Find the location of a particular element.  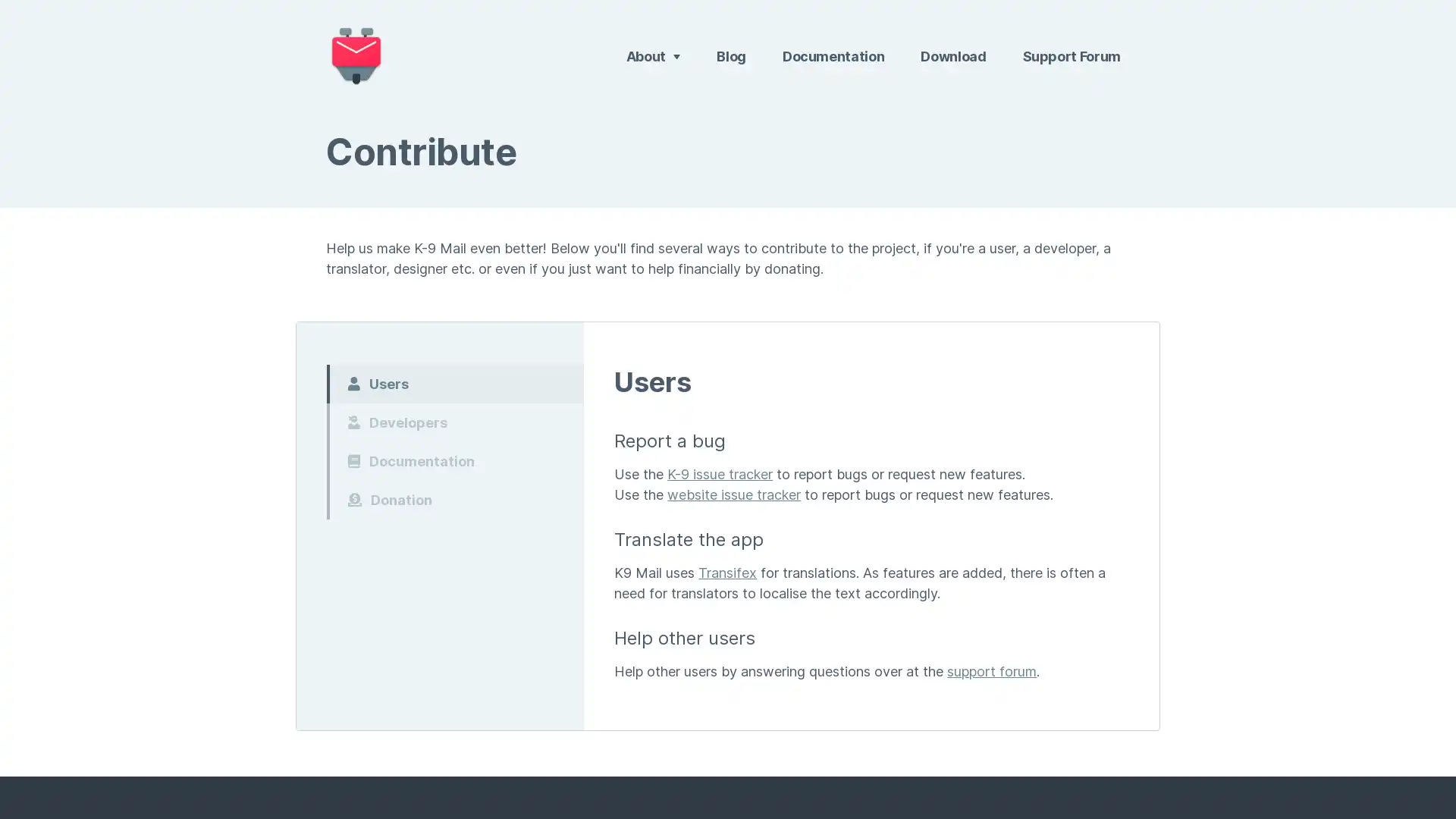

Donation is located at coordinates (454, 499).